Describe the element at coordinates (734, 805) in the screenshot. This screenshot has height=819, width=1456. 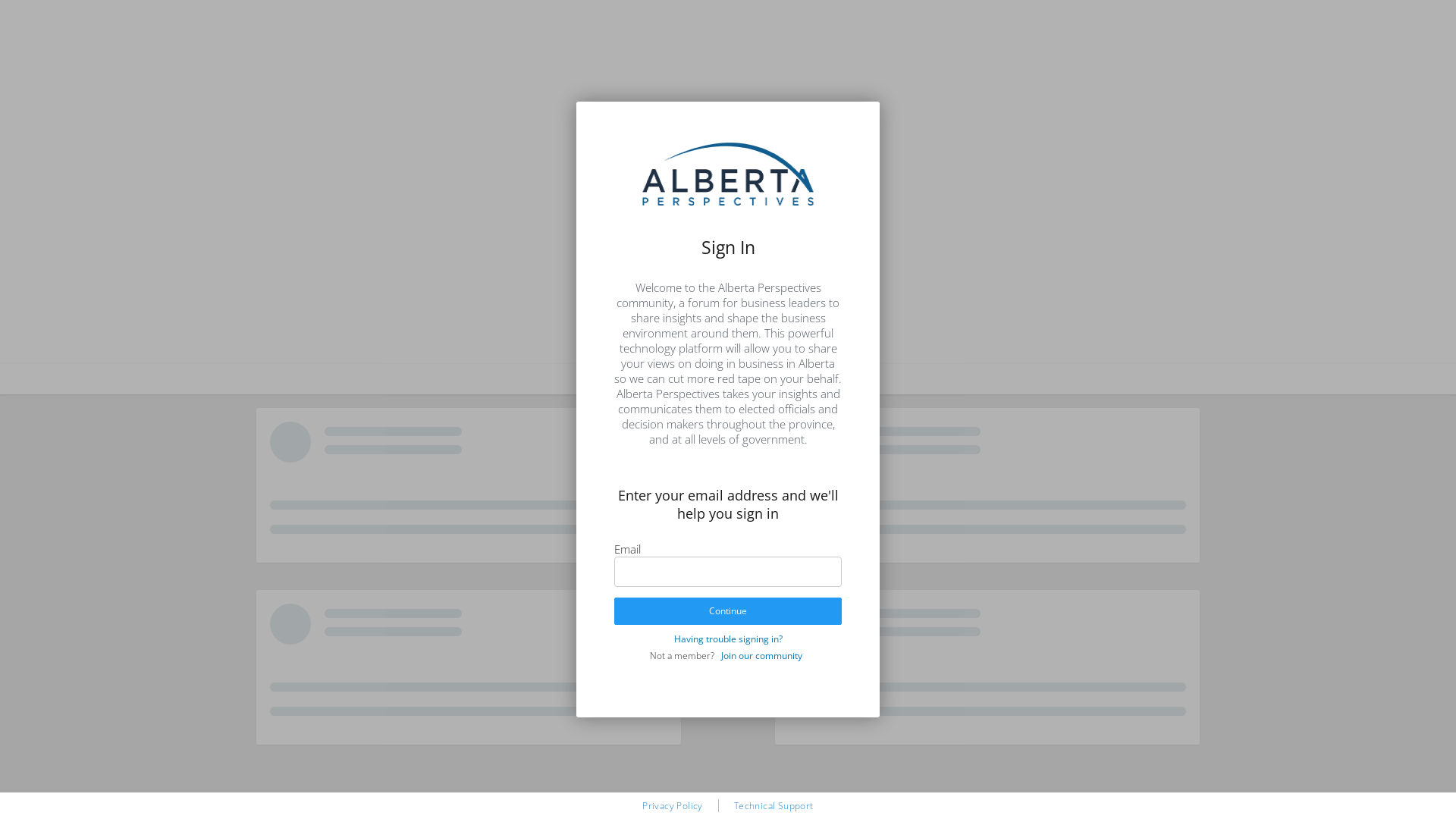
I see `'Technical Support'` at that location.